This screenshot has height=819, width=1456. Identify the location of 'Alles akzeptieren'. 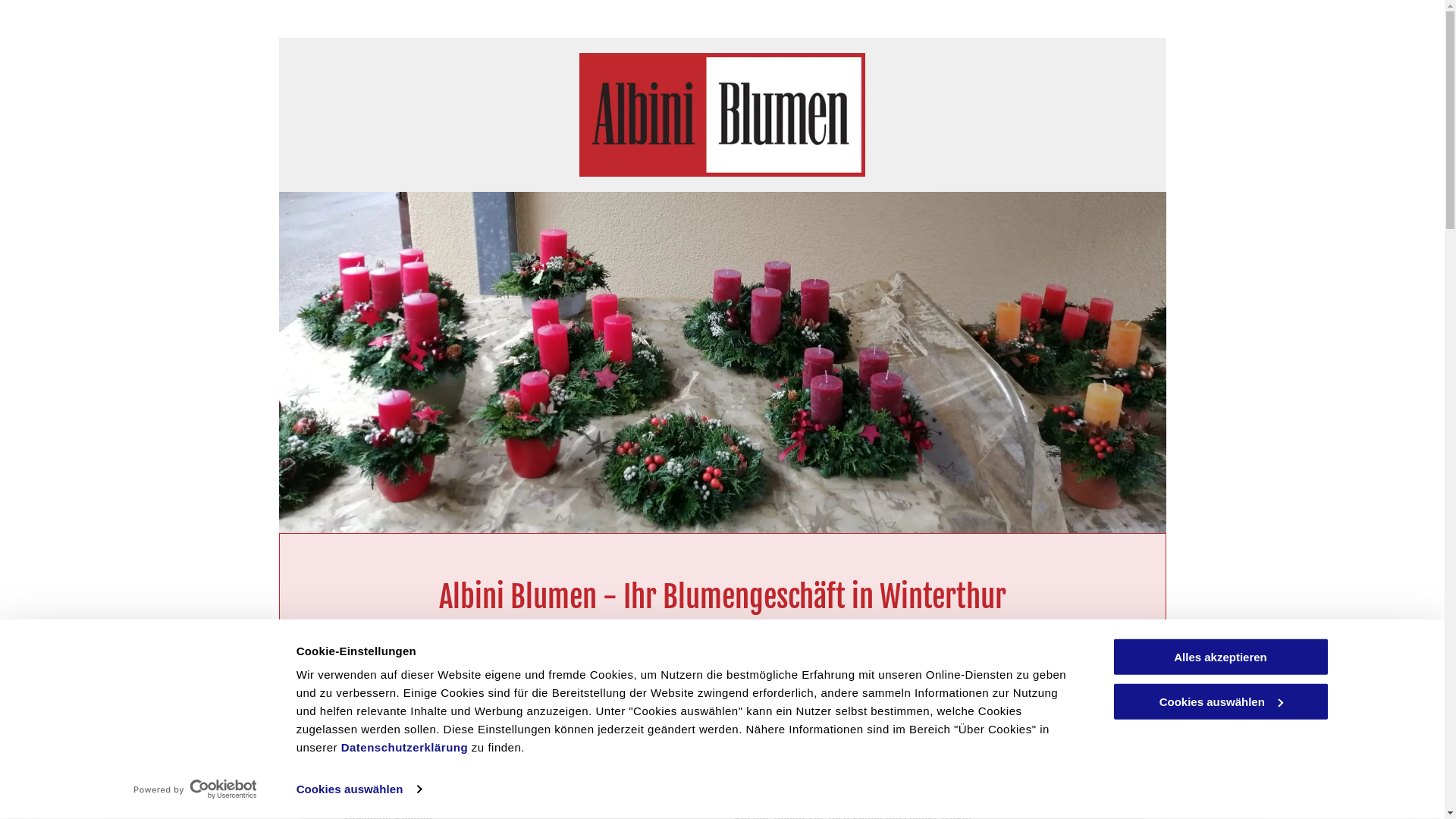
(1219, 656).